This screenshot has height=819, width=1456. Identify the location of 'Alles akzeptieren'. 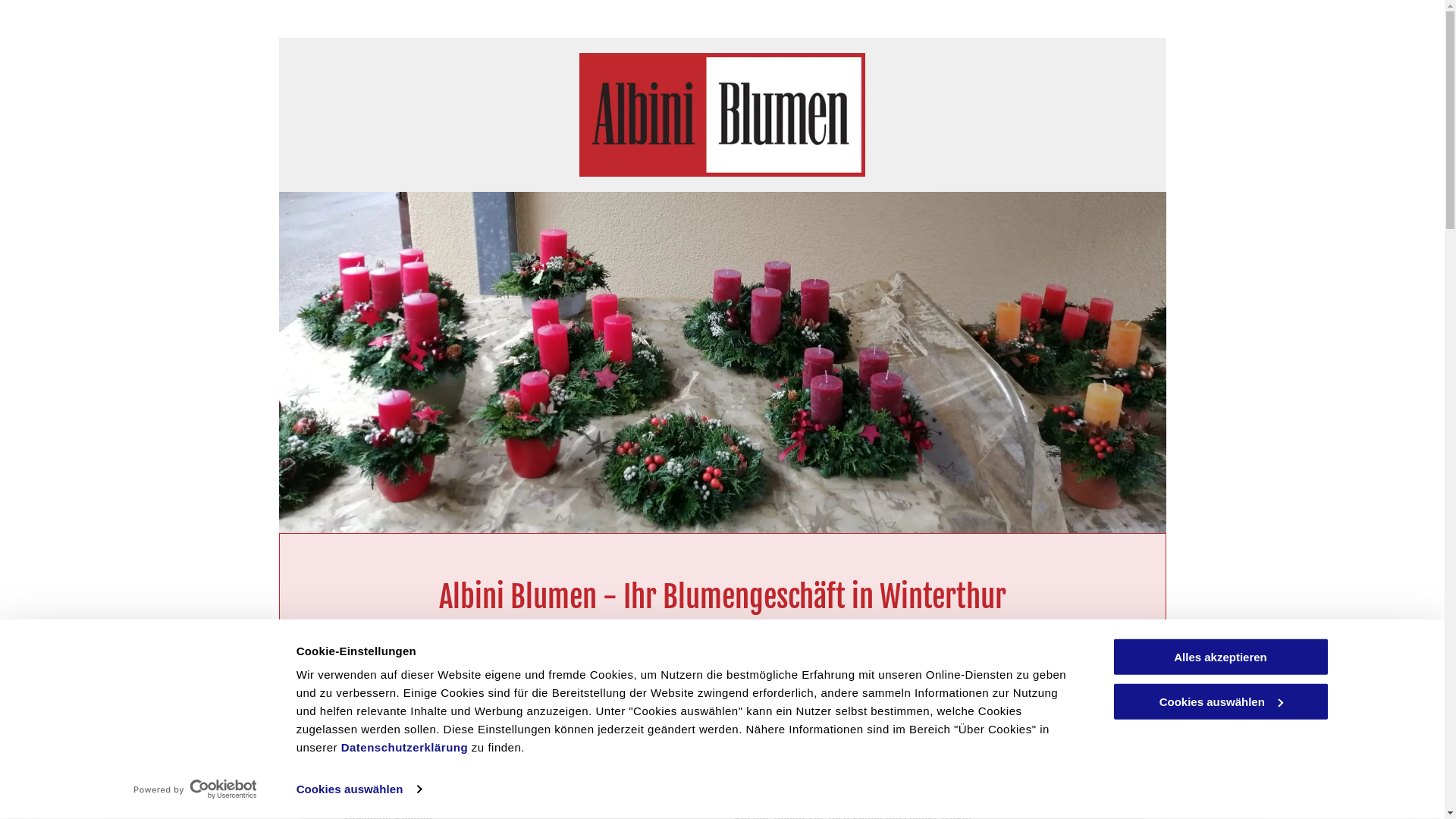
(1219, 656).